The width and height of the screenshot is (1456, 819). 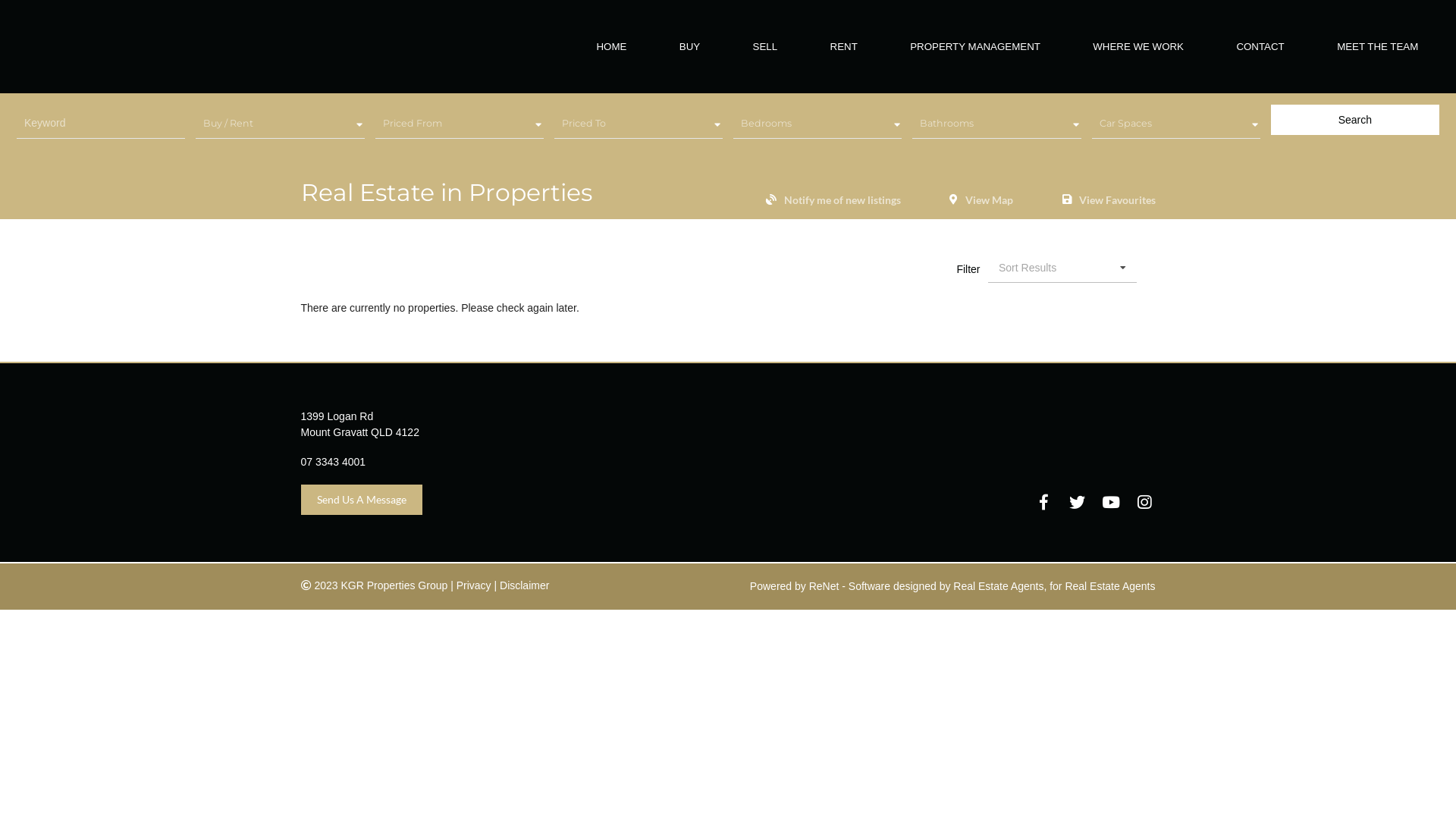 What do you see at coordinates (1354, 119) in the screenshot?
I see `'Search'` at bounding box center [1354, 119].